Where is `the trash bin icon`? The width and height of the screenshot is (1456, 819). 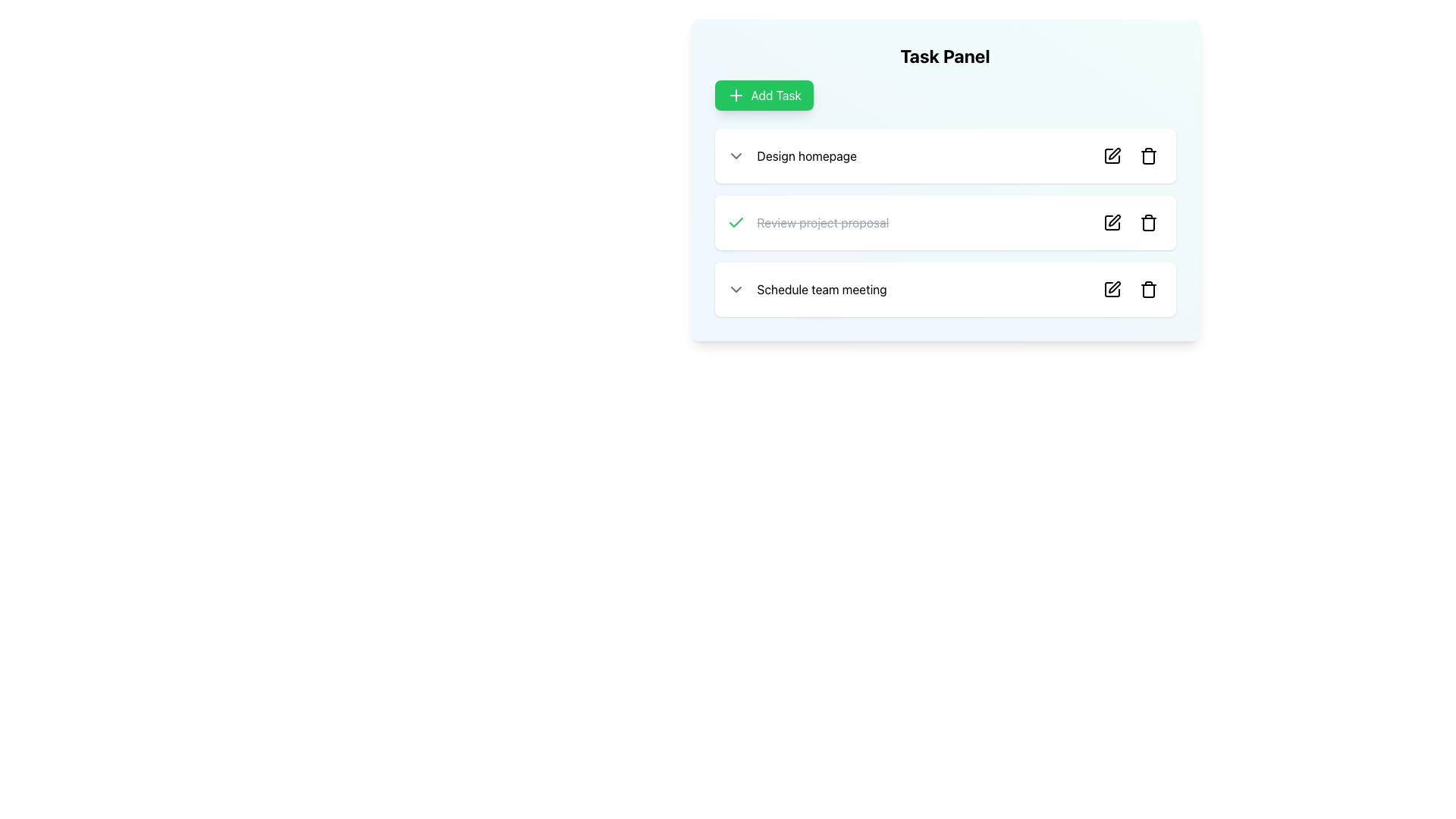 the trash bin icon is located at coordinates (1148, 289).